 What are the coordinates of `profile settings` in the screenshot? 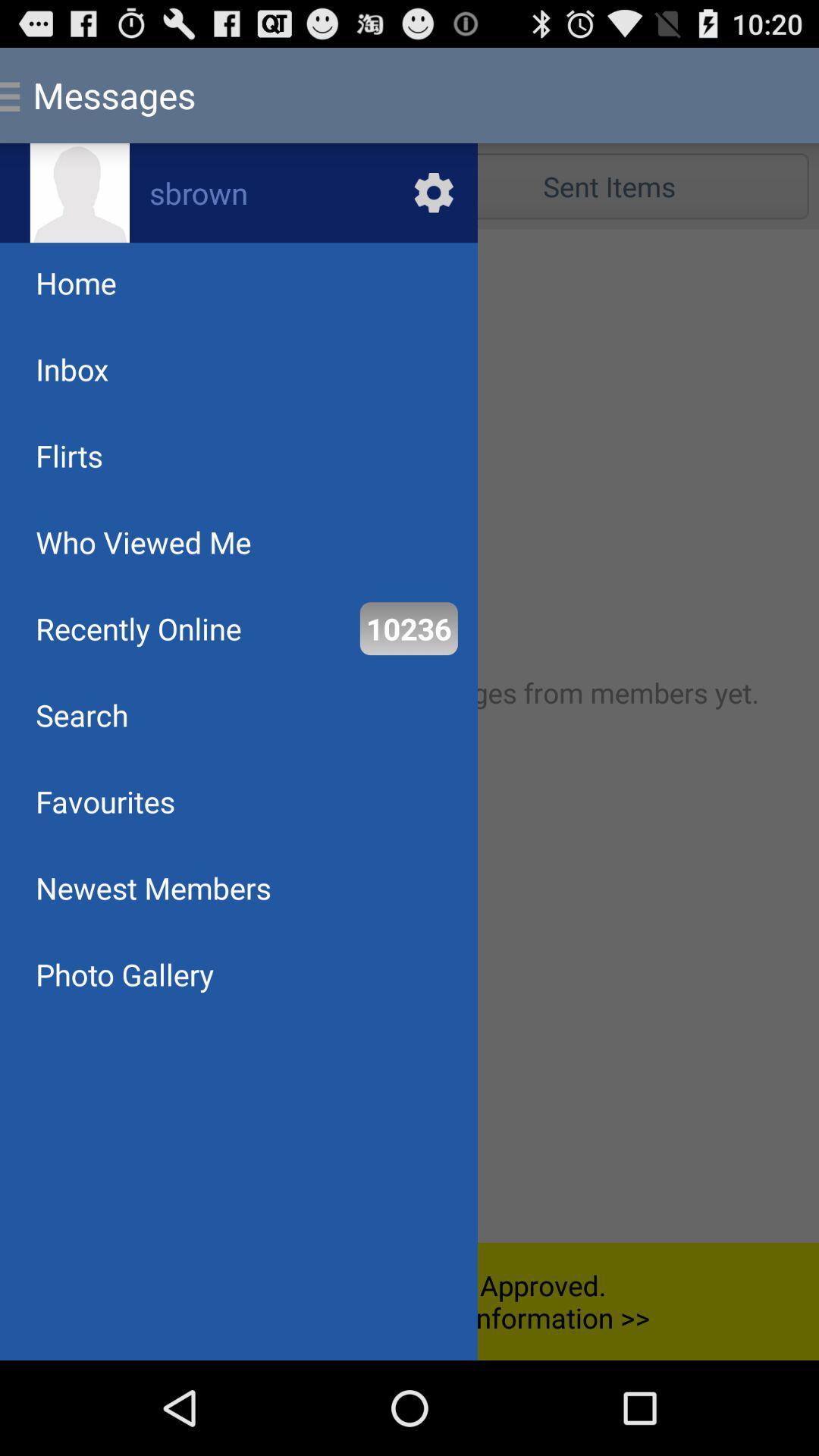 It's located at (239, 192).